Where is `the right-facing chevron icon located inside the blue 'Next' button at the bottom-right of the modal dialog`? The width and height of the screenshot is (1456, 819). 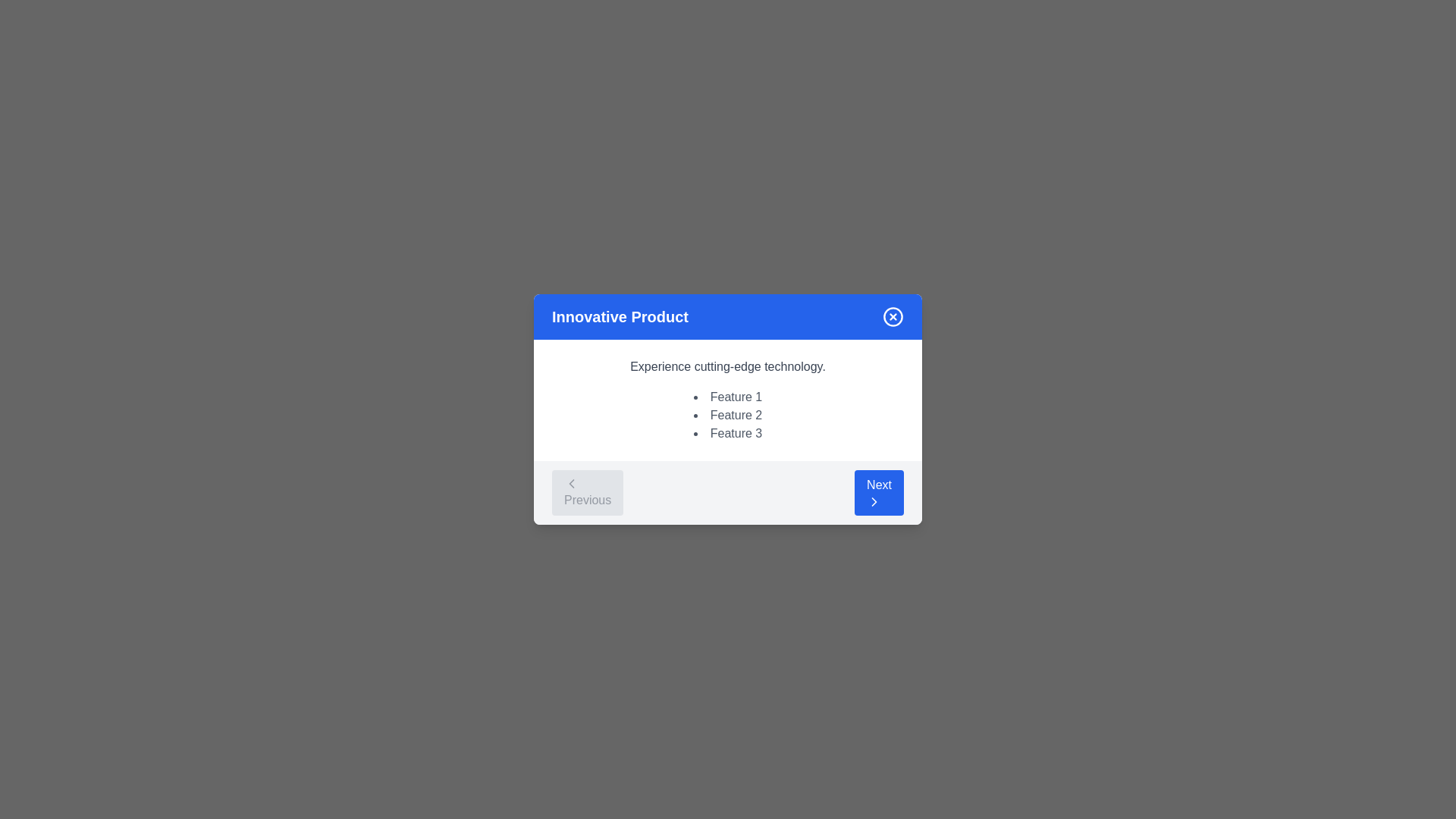
the right-facing chevron icon located inside the blue 'Next' button at the bottom-right of the modal dialog is located at coordinates (874, 502).